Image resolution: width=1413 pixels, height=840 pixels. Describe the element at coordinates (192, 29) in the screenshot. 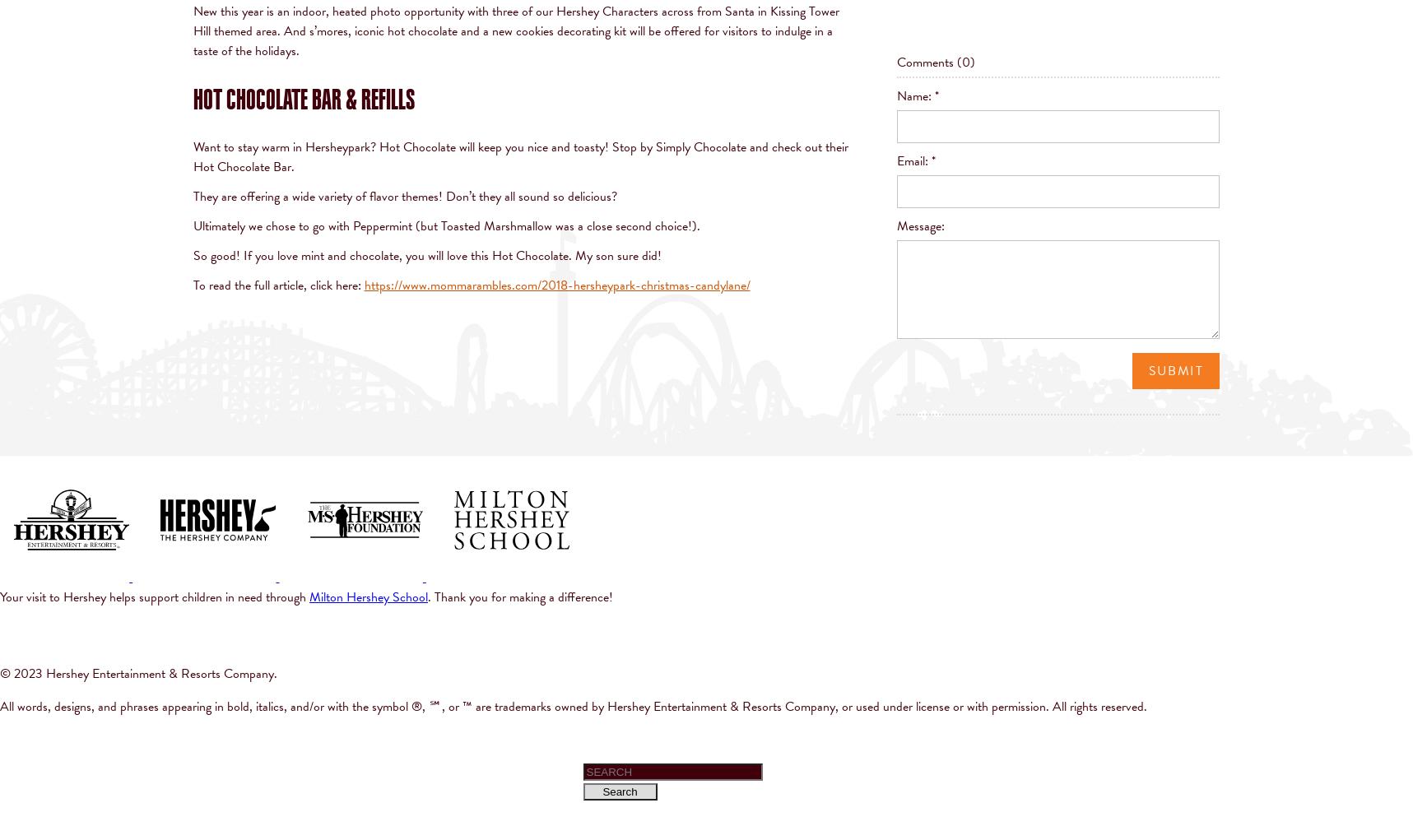

I see `'across from Santa in Kissing Tower Hill themed area. And s’mores, iconic hot chocolate and a new cookies decorating kit will be offered for visitors to indulge in a taste of the holidays.'` at that location.